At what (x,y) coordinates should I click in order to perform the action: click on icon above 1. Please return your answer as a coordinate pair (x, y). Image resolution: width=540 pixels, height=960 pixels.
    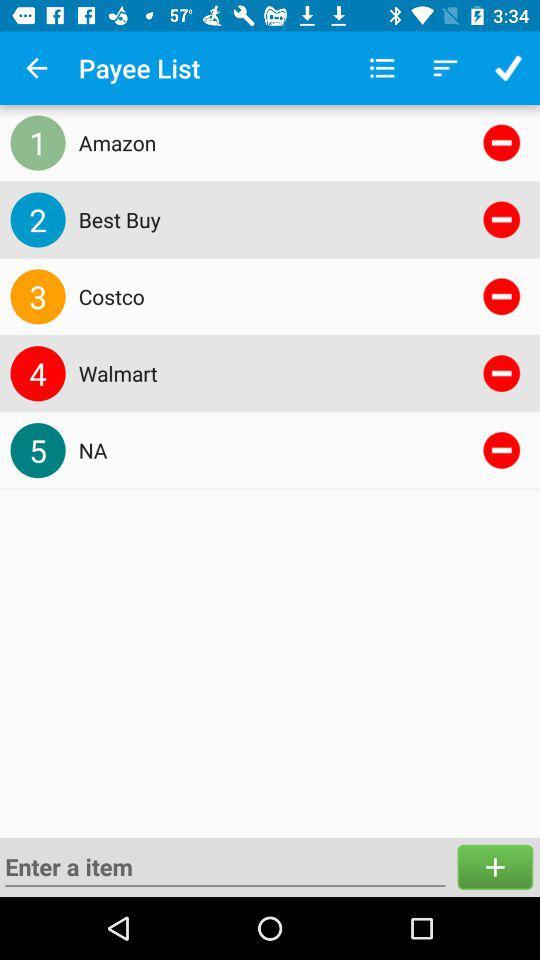
    Looking at the image, I should click on (36, 68).